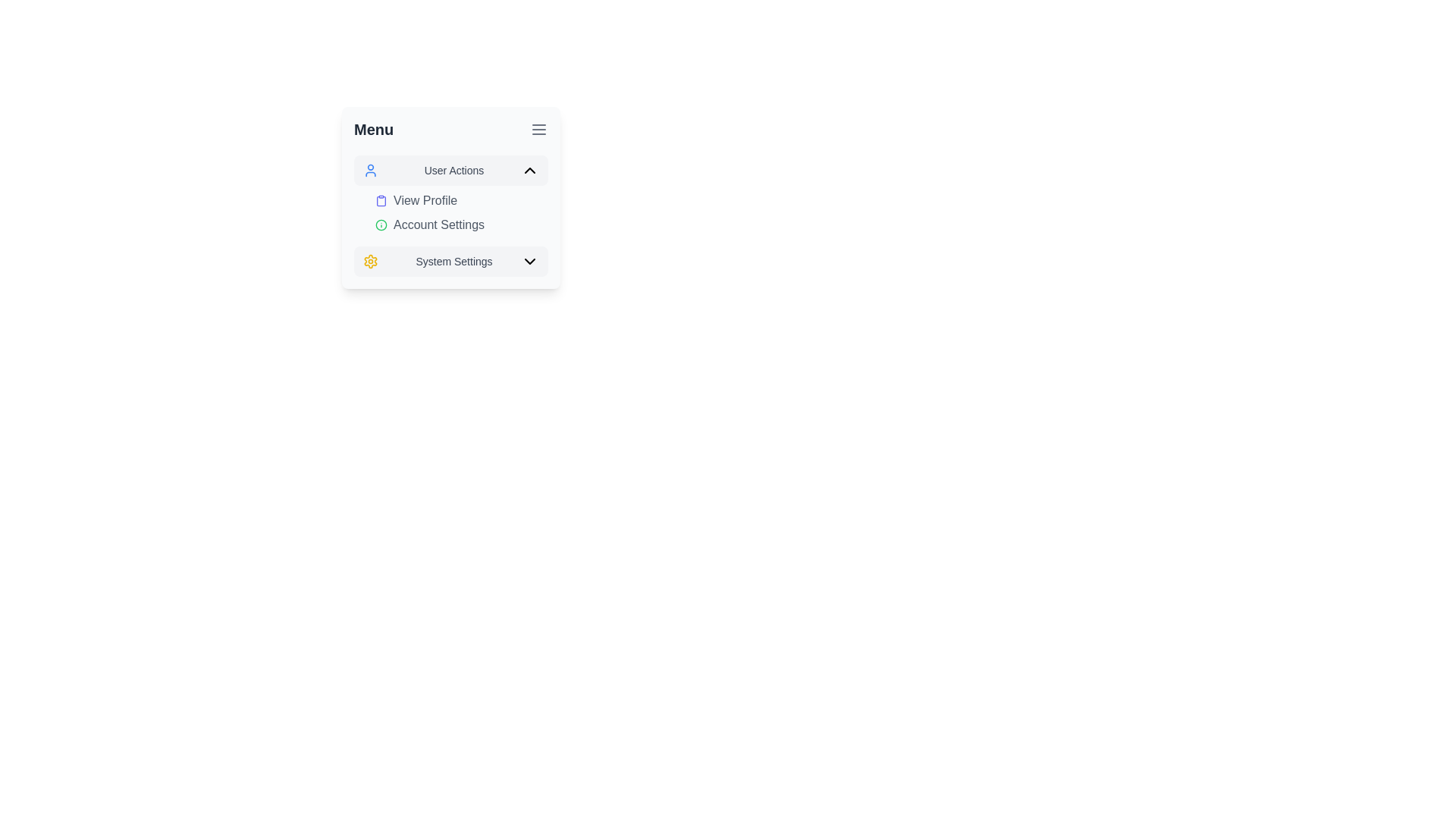 The height and width of the screenshot is (819, 1456). Describe the element at coordinates (450, 170) in the screenshot. I see `the toggle button located in the top section of the menu panel` at that location.